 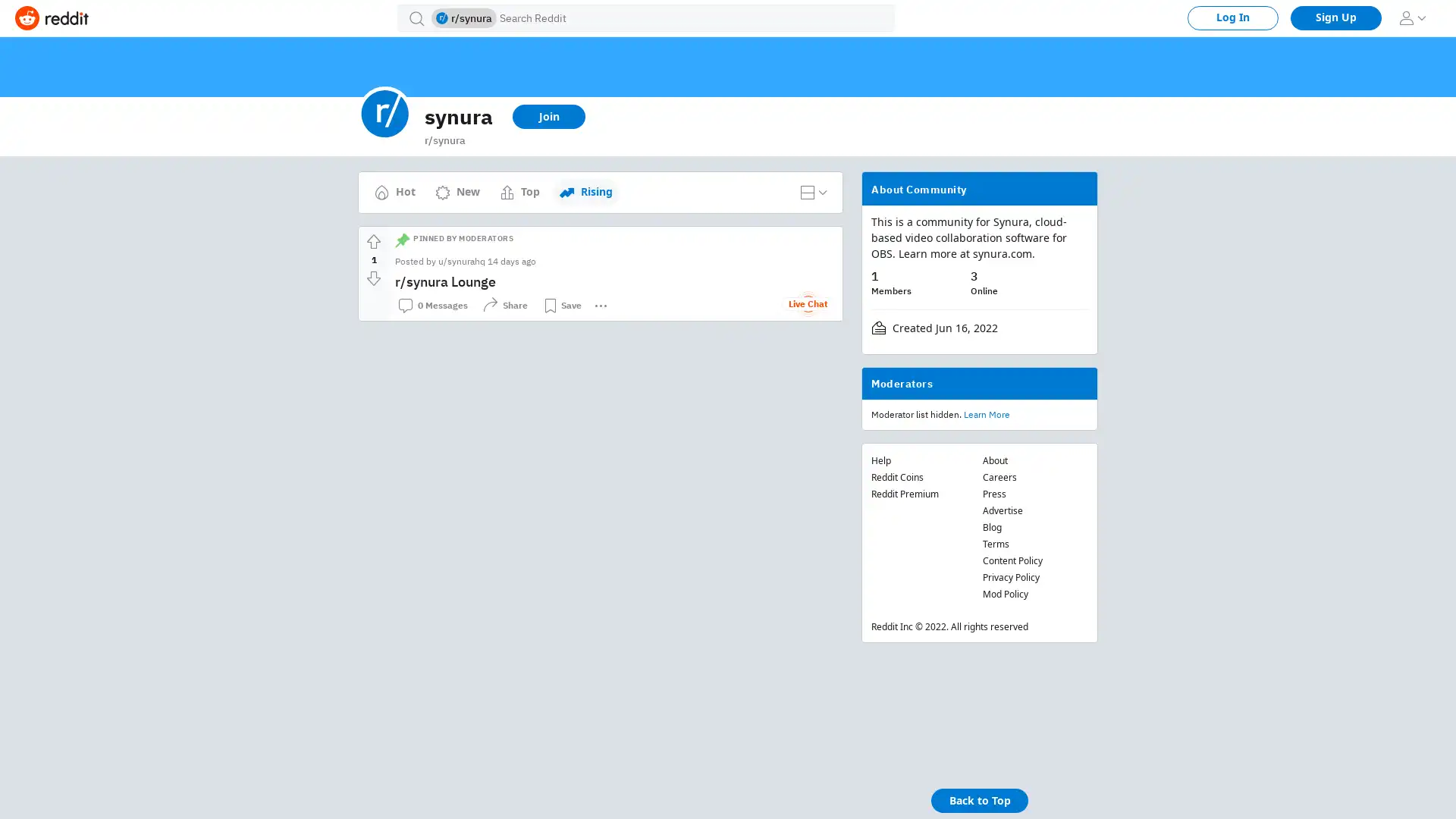 I want to click on Top, so click(x=519, y=192).